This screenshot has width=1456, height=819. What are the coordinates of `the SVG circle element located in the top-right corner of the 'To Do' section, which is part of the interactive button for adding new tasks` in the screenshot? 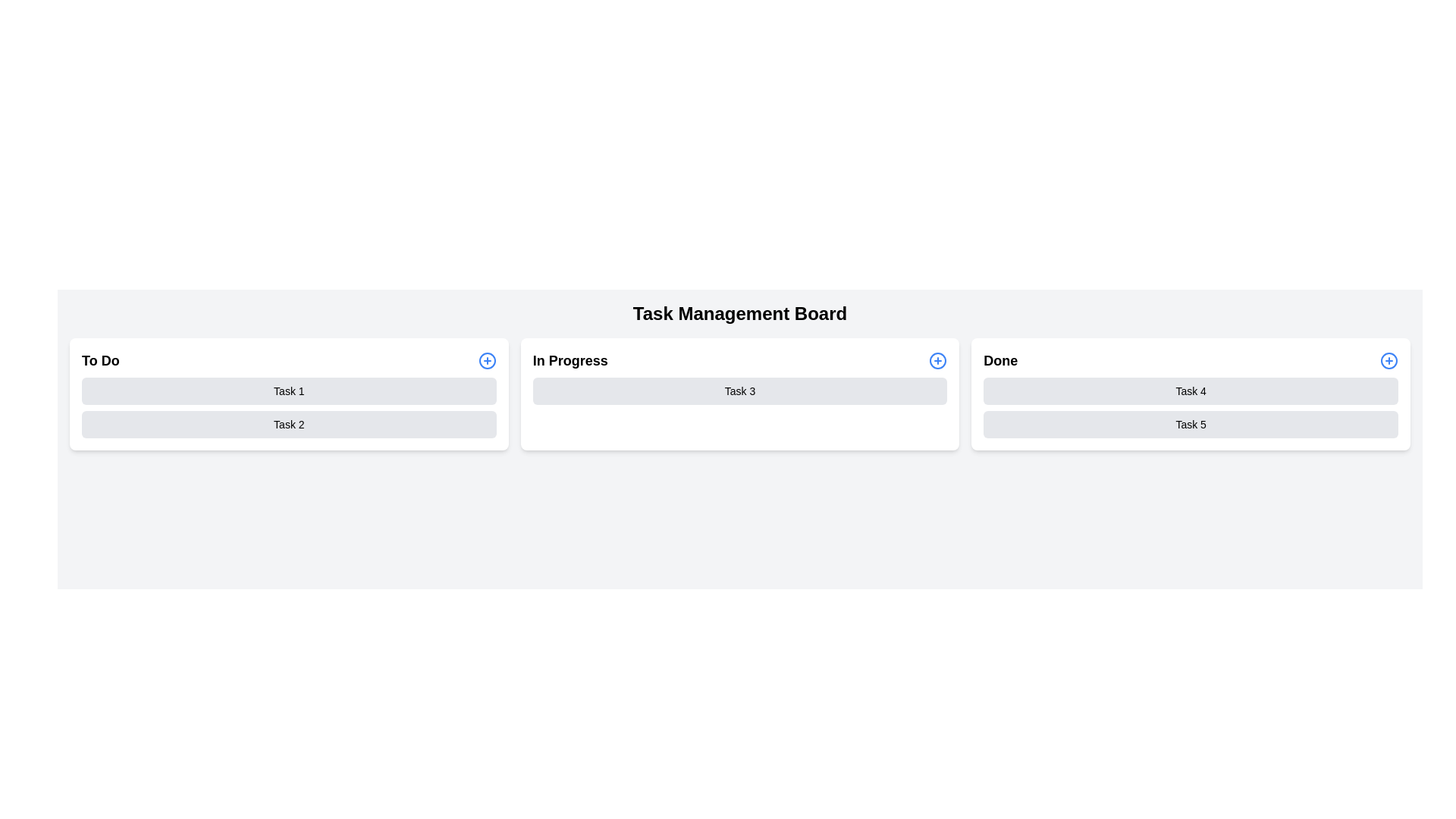 It's located at (487, 360).